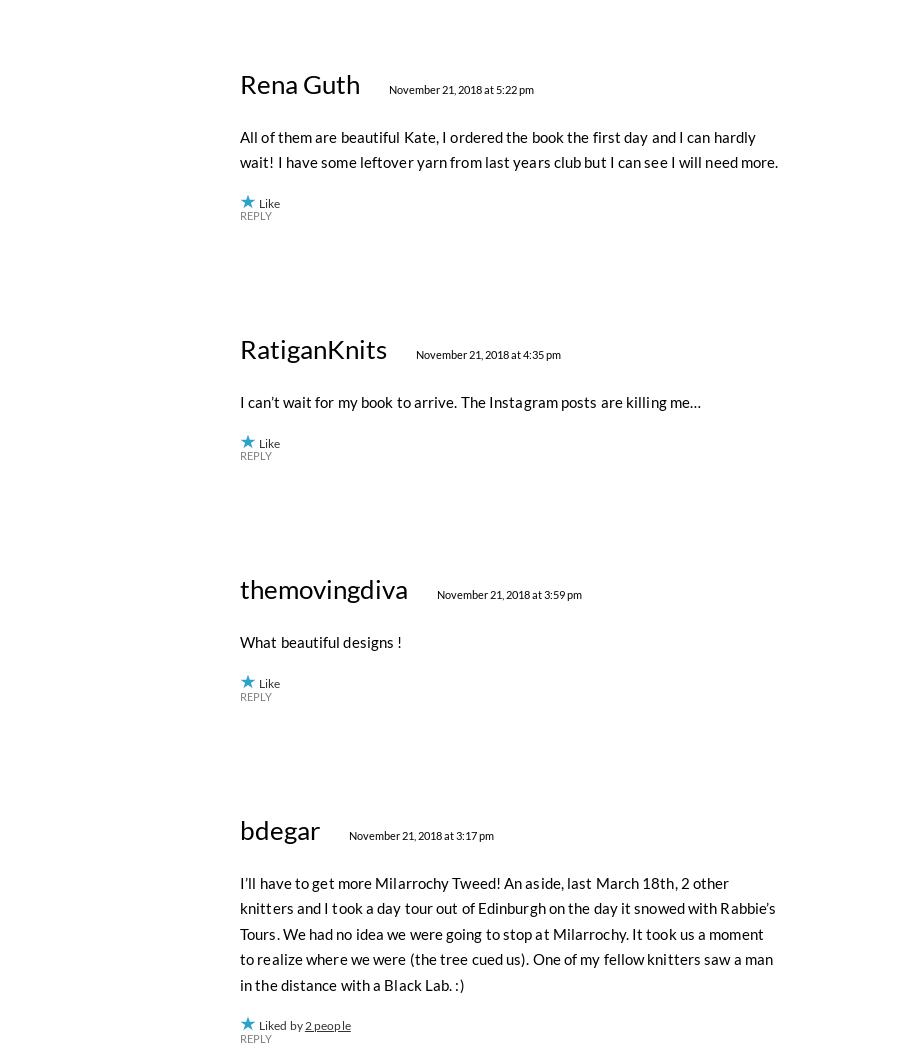 Image resolution: width=900 pixels, height=1049 pixels. What do you see at coordinates (395, 288) in the screenshot?
I see `'November 21, 2018 at 7:42 pm'` at bounding box center [395, 288].